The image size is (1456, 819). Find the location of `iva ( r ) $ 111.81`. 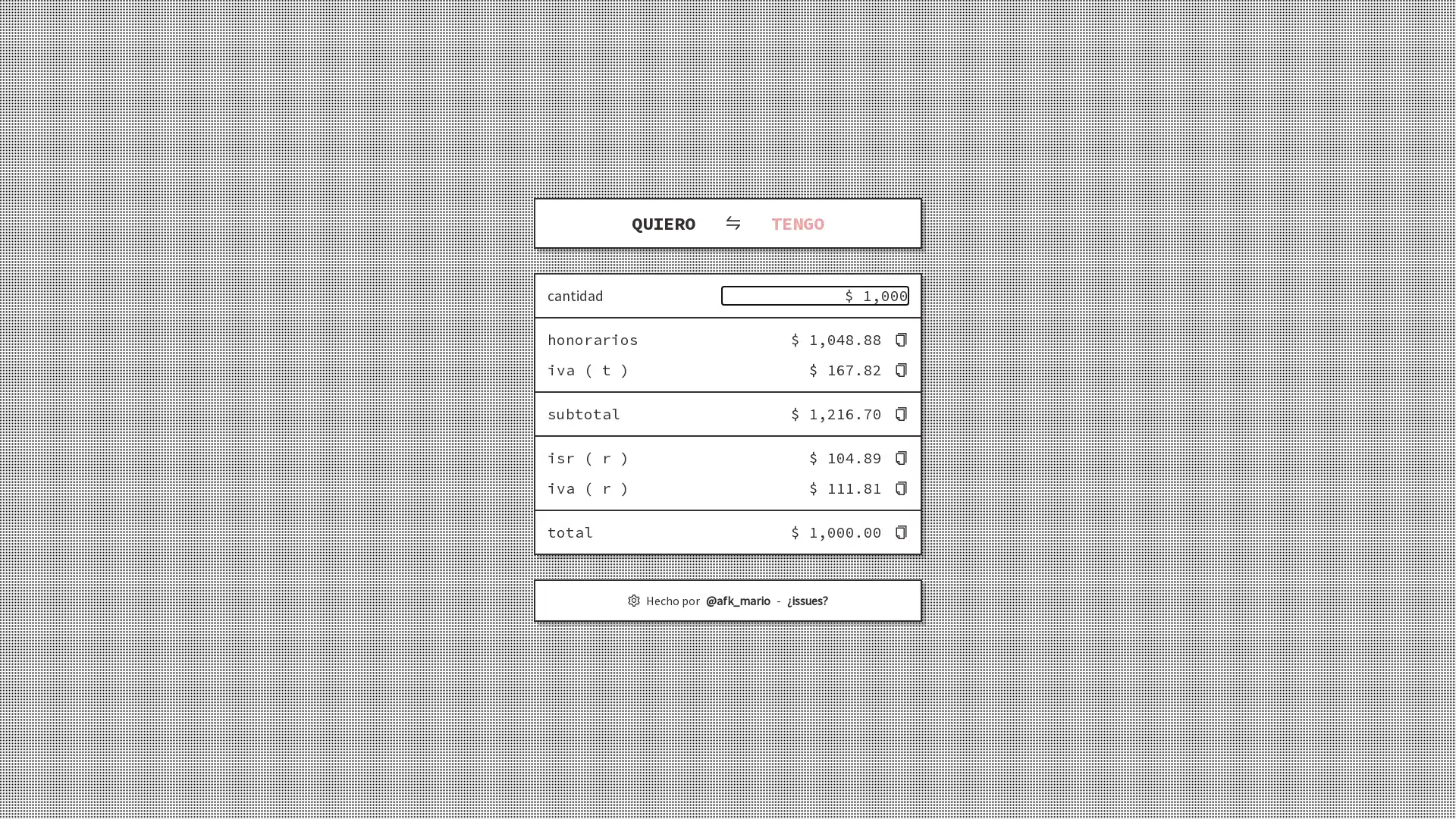

iva ( r ) $ 111.81 is located at coordinates (728, 488).